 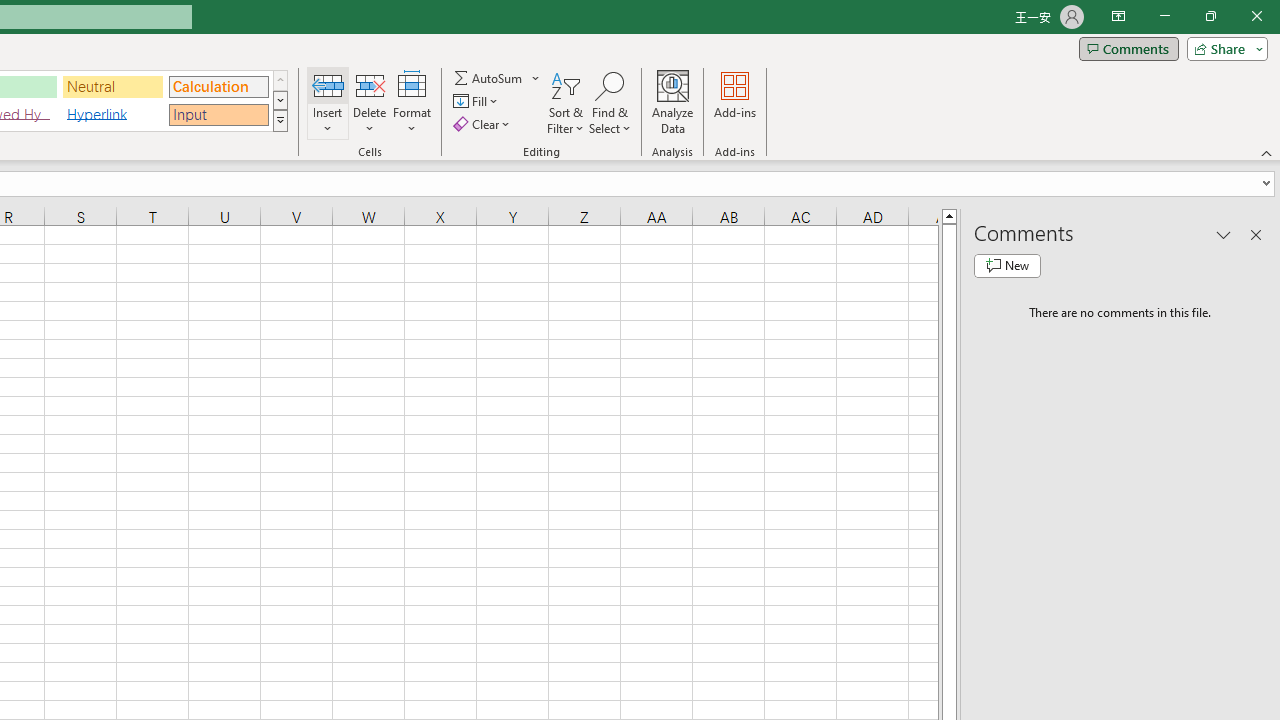 I want to click on 'New comment', so click(x=1007, y=265).